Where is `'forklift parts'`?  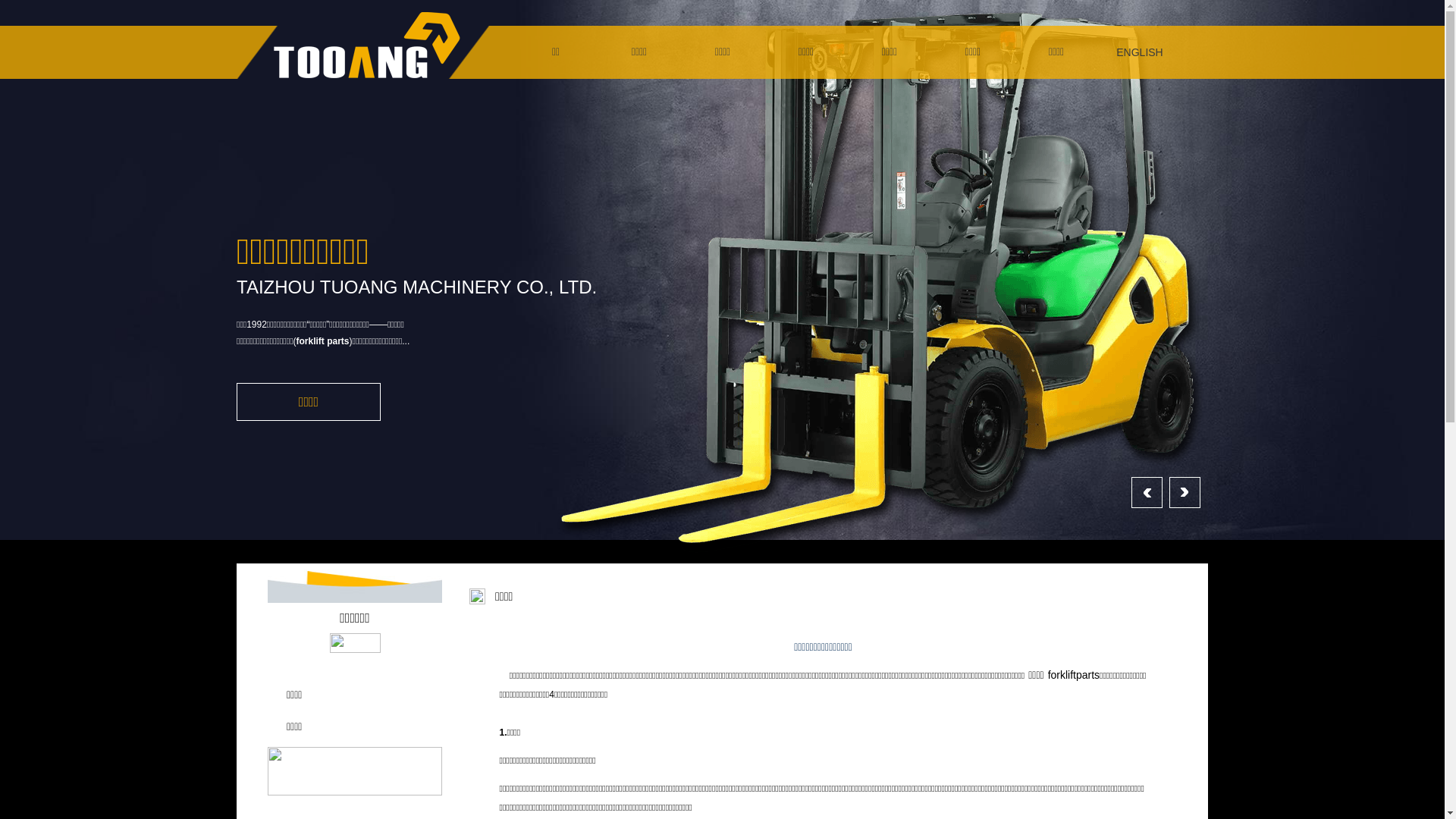 'forklift parts' is located at coordinates (322, 341).